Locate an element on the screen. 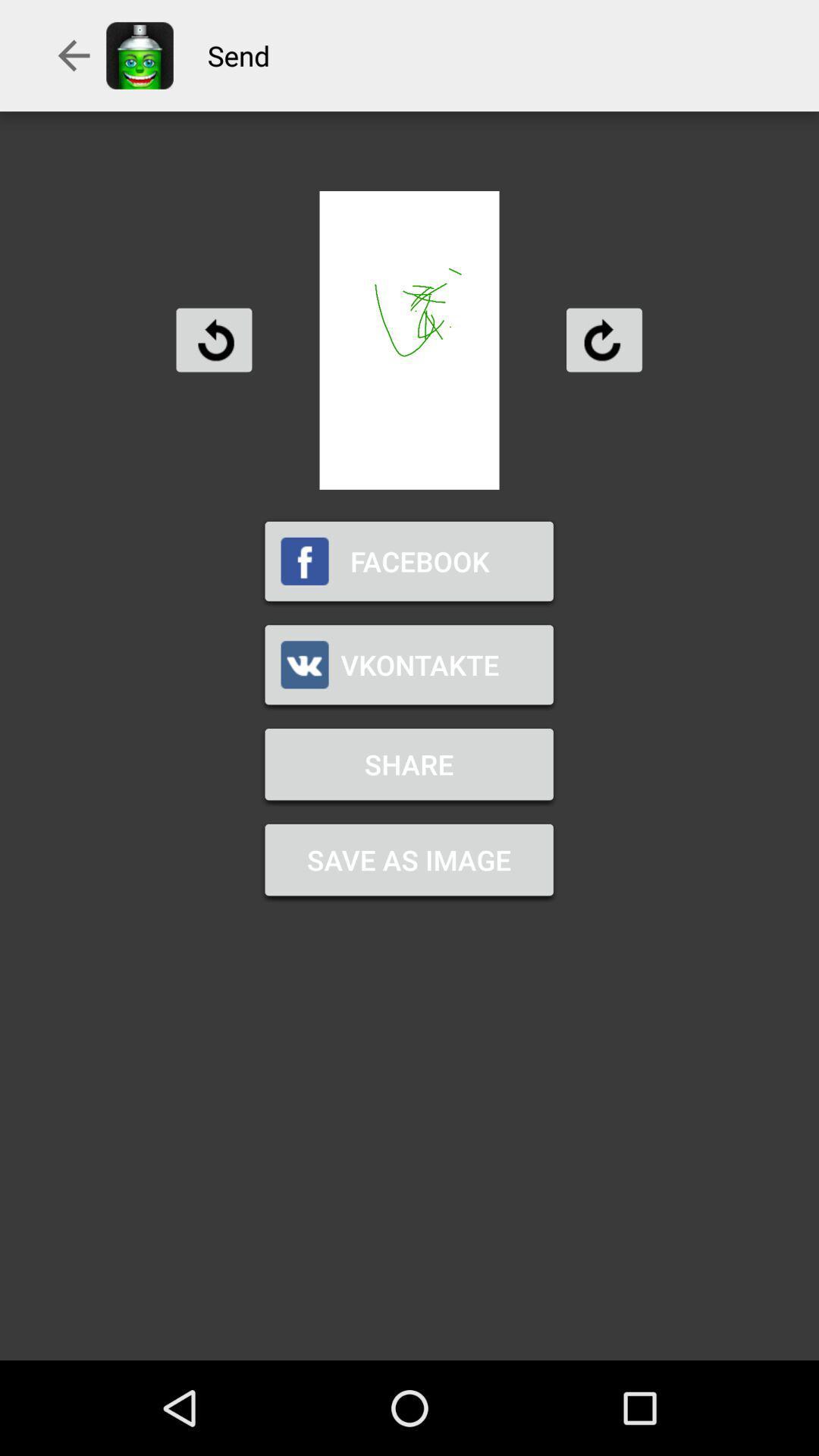 This screenshot has width=819, height=1456. go back is located at coordinates (214, 339).